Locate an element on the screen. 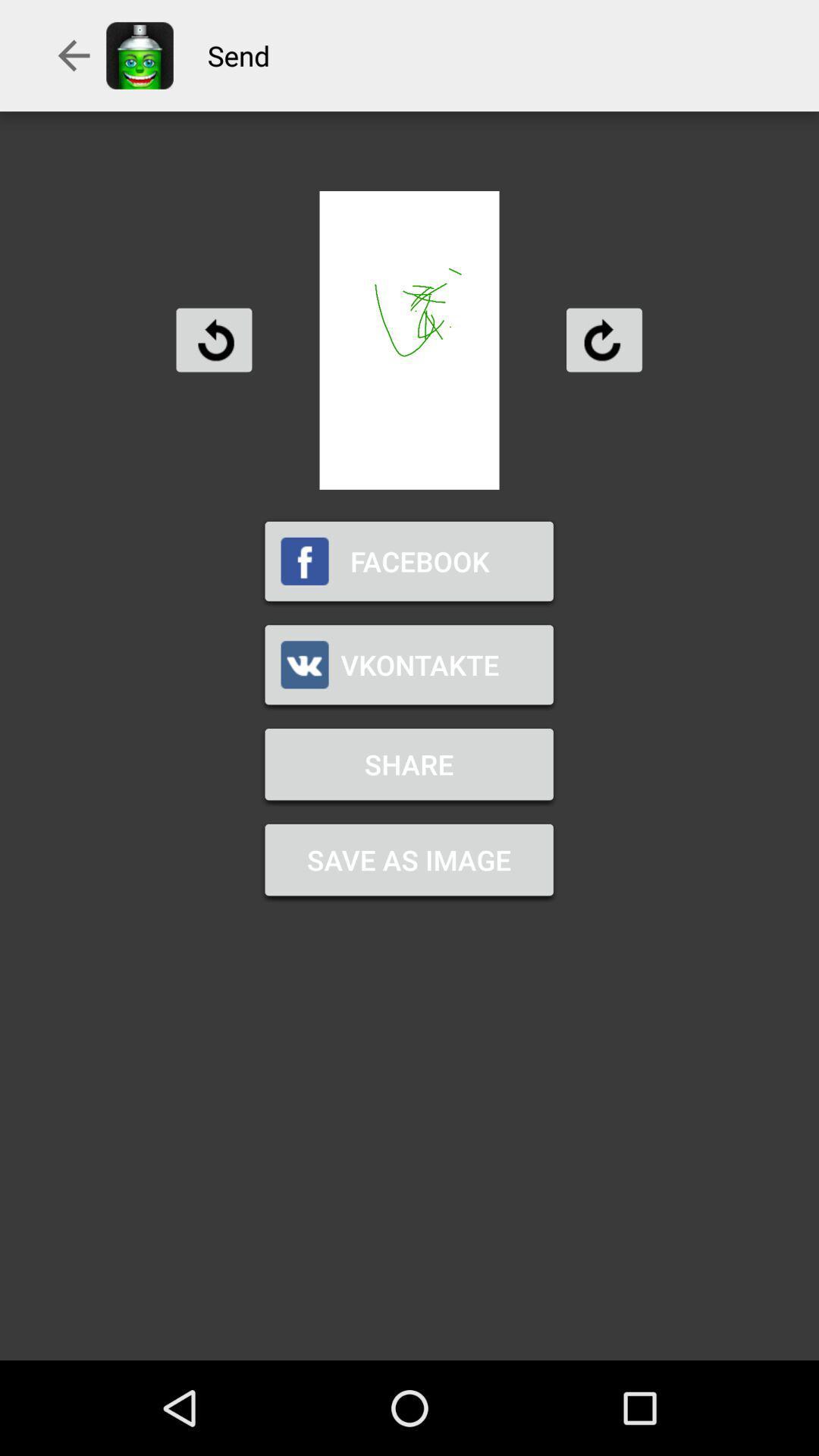 This screenshot has width=819, height=1456. go back is located at coordinates (214, 339).